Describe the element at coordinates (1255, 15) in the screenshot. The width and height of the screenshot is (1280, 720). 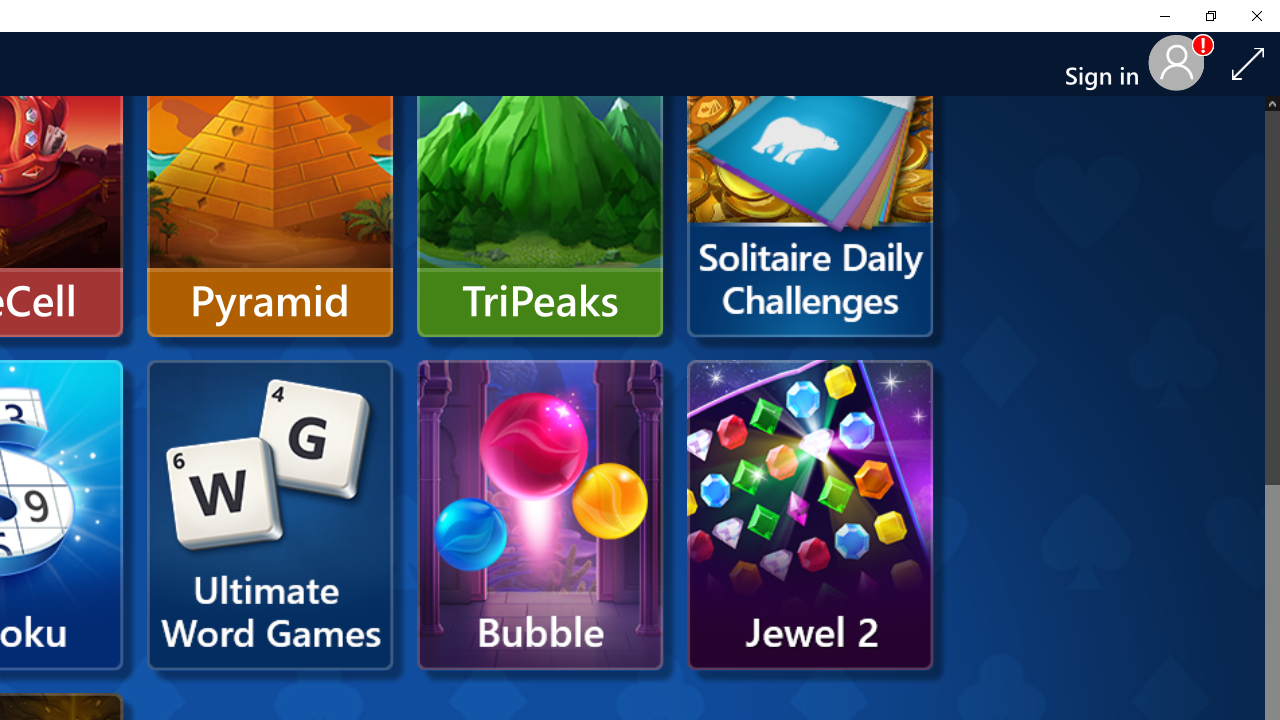
I see `'Close Solitaire & Casual Games'` at that location.